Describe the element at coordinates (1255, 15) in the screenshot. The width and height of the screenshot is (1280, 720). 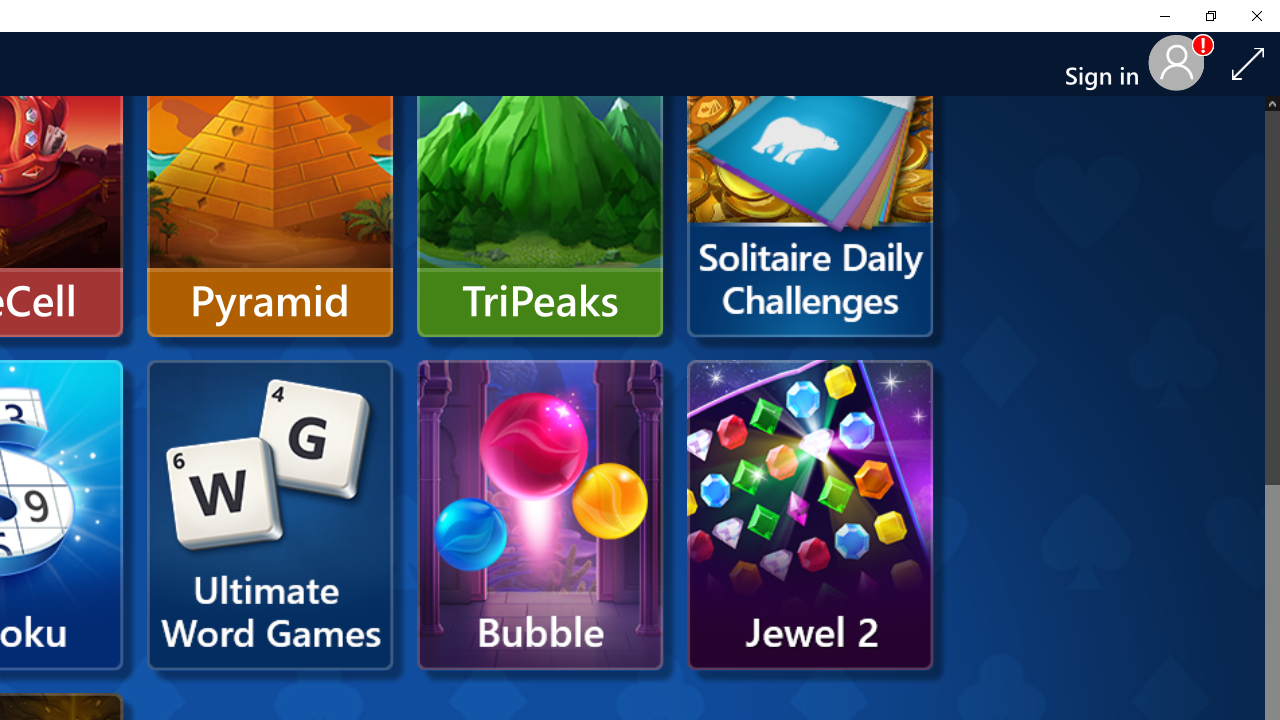
I see `'Close Solitaire & Casual Games'` at that location.